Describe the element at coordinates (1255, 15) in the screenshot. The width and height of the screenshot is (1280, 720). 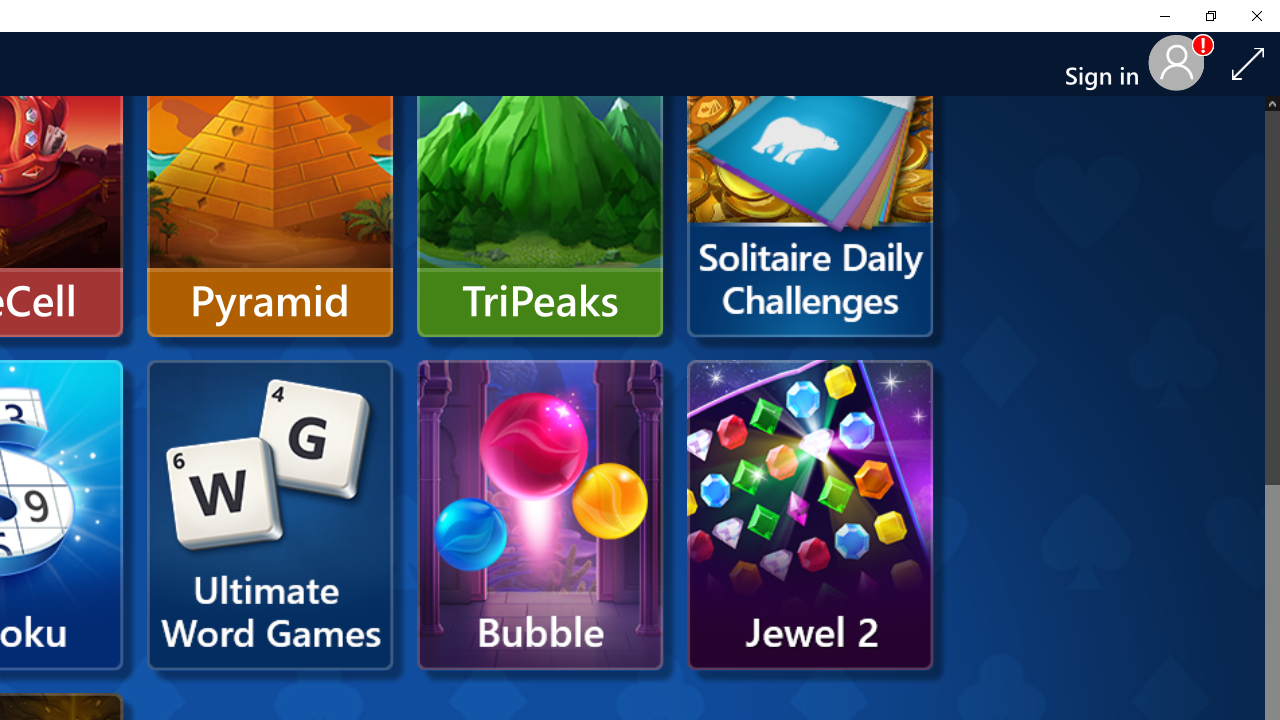
I see `'Close Solitaire & Casual Games'` at that location.